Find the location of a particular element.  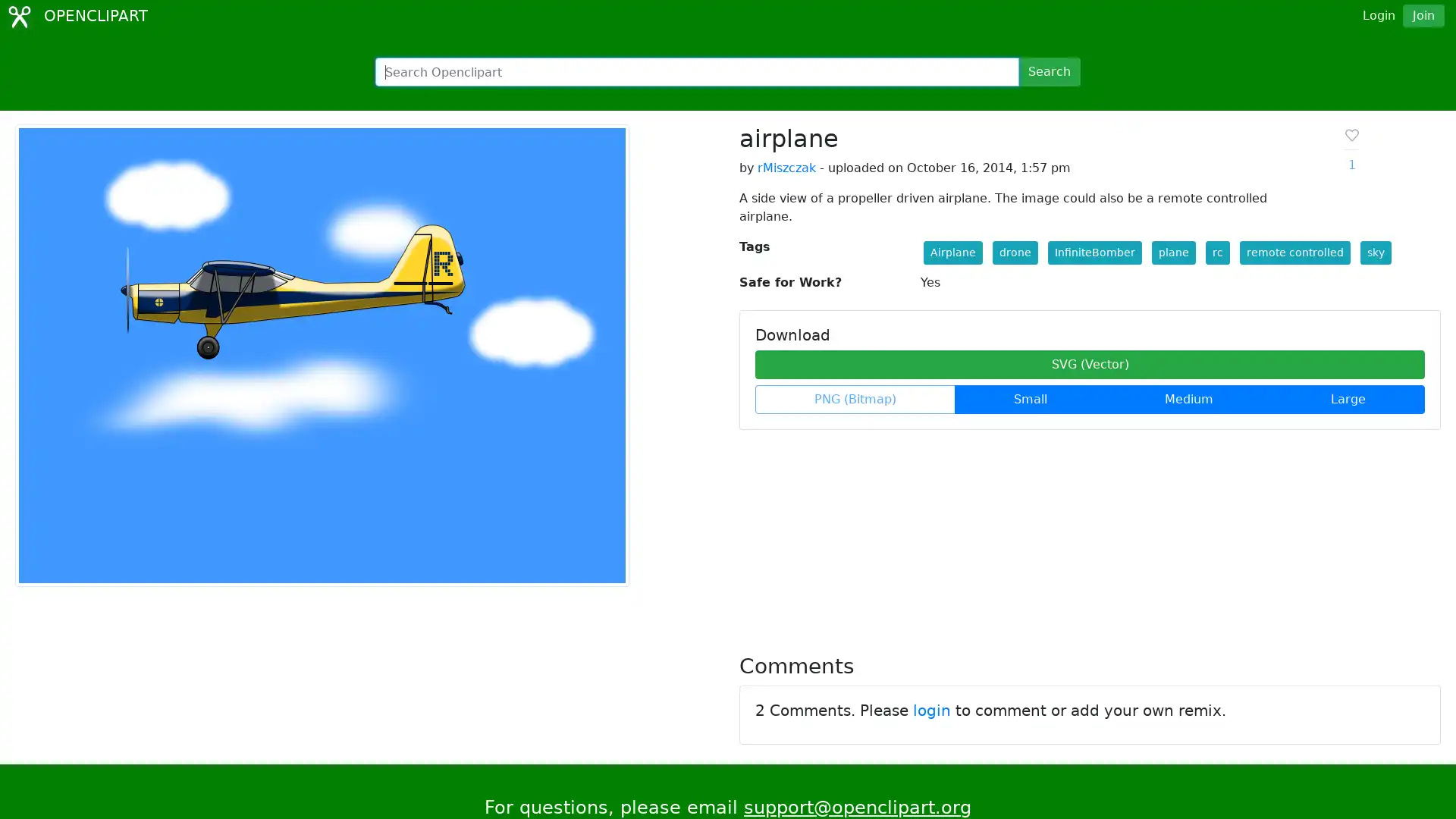

InfiniteBomber is located at coordinates (1094, 252).